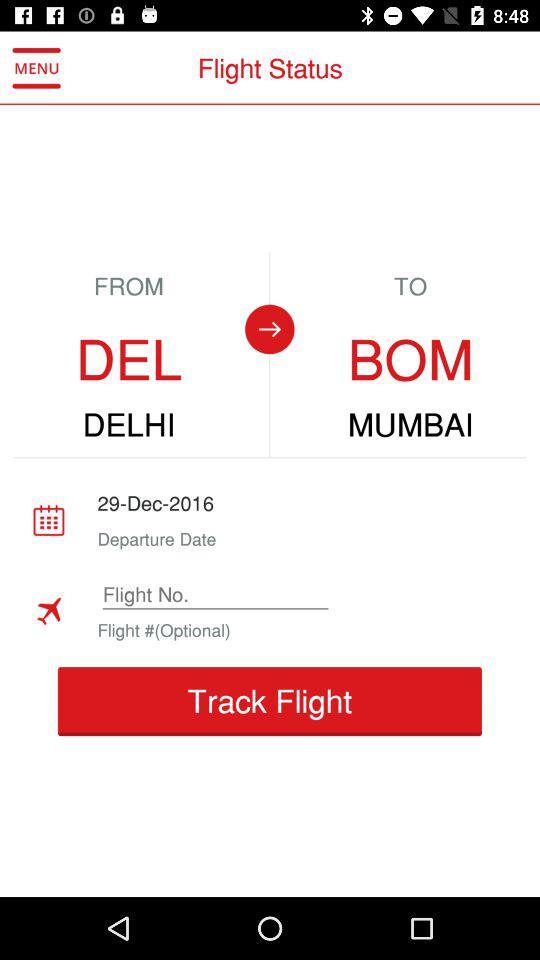  What do you see at coordinates (409, 360) in the screenshot?
I see `icon below to icon` at bounding box center [409, 360].